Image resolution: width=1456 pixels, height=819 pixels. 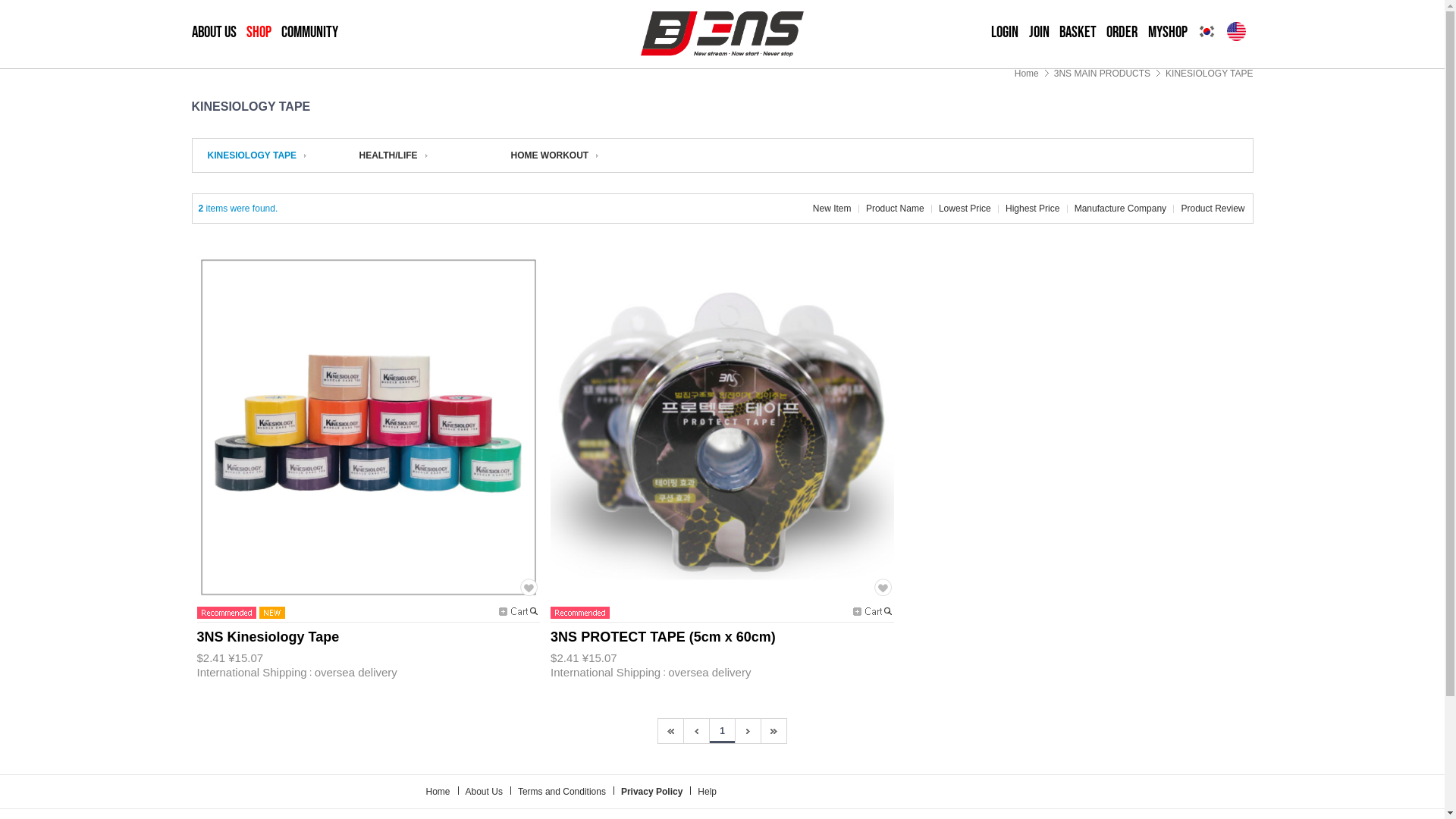 What do you see at coordinates (1038, 32) in the screenshot?
I see `'Join'` at bounding box center [1038, 32].